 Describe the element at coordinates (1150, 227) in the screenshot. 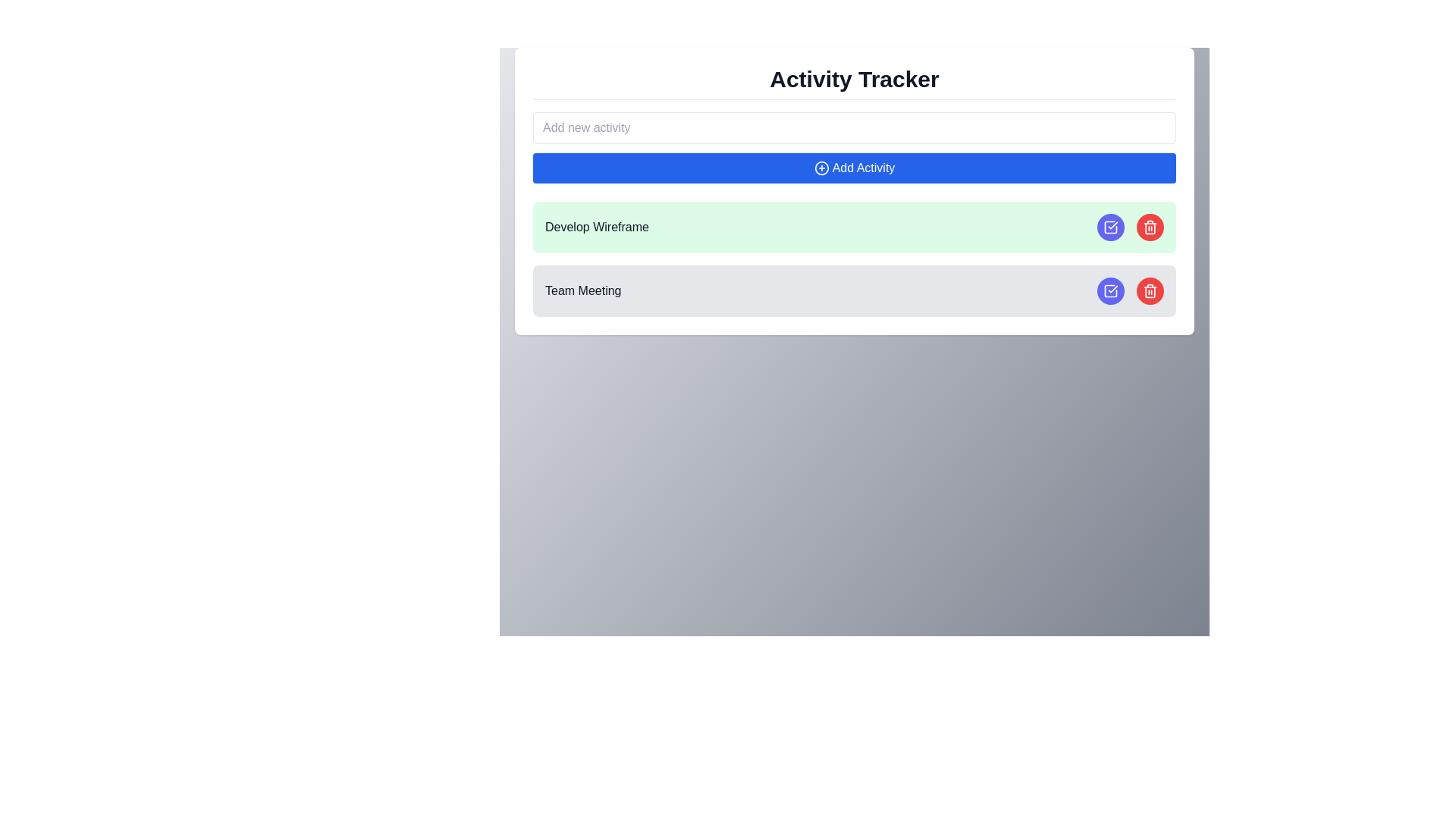

I see `the circular button with a red background and a white trash bin icon, which is the second button in the horizontal row of action buttons` at that location.